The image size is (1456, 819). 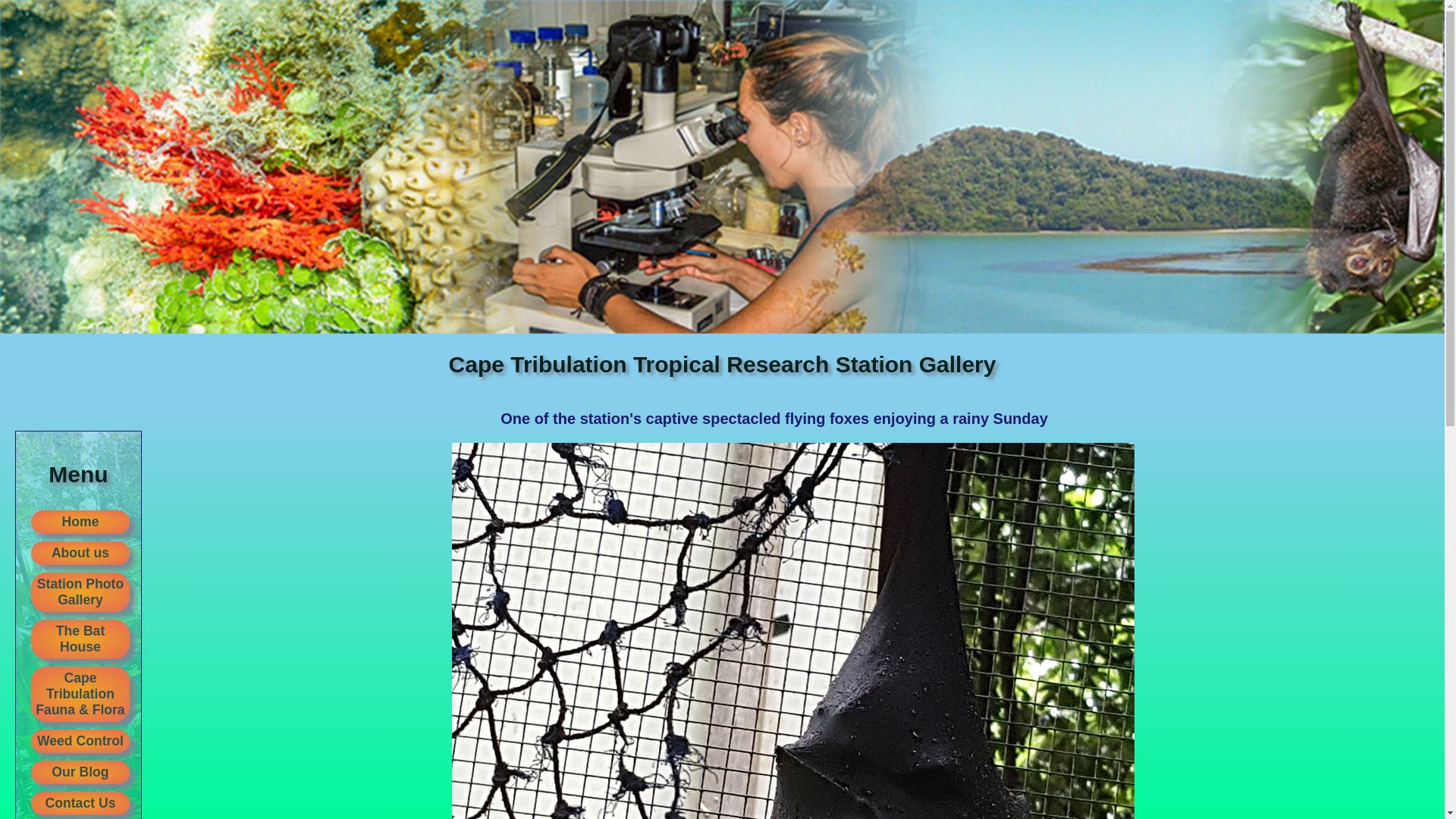 What do you see at coordinates (79, 591) in the screenshot?
I see `'Station Photo Gallery'` at bounding box center [79, 591].